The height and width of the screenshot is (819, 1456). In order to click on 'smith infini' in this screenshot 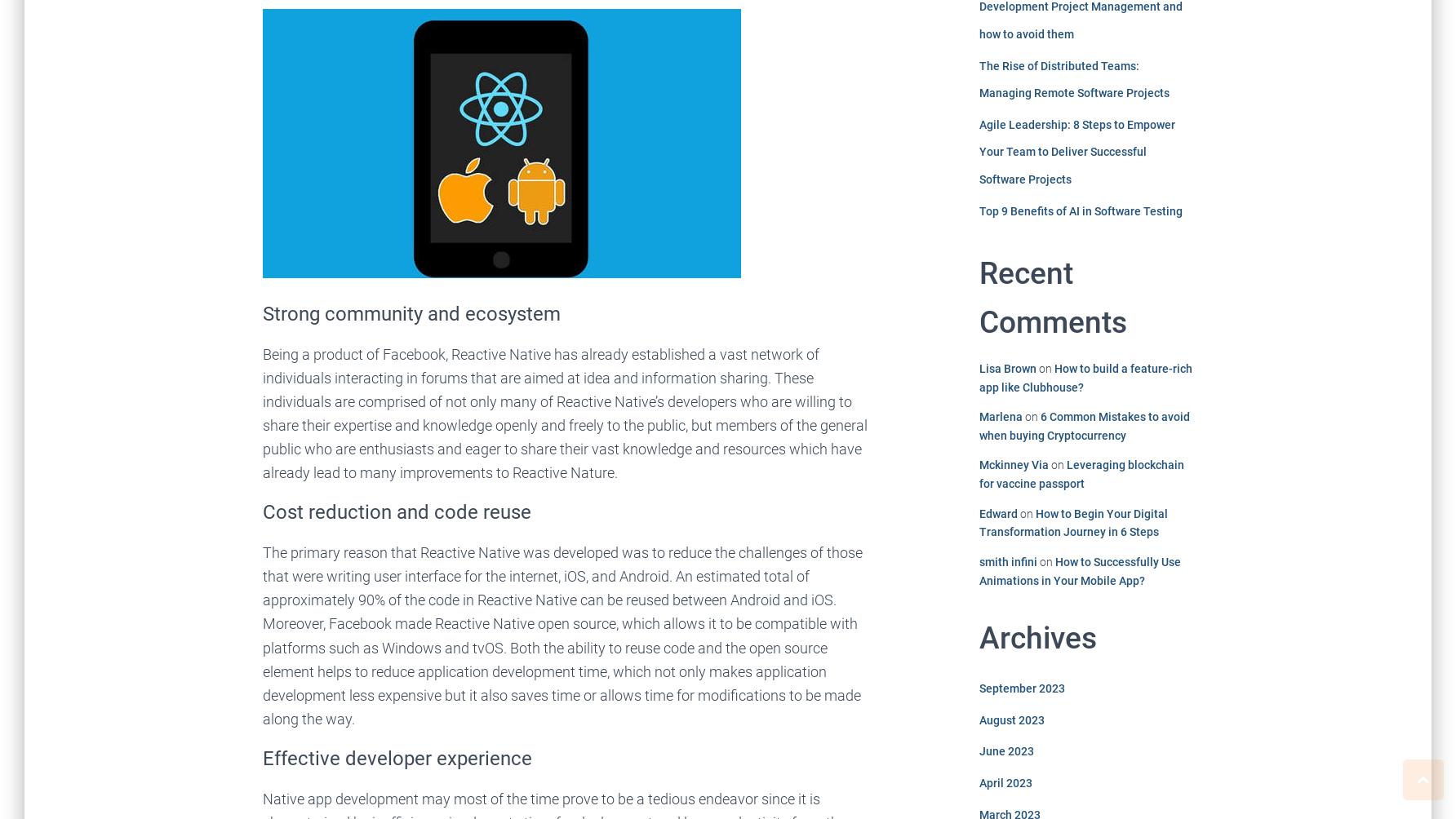, I will do `click(1006, 561)`.